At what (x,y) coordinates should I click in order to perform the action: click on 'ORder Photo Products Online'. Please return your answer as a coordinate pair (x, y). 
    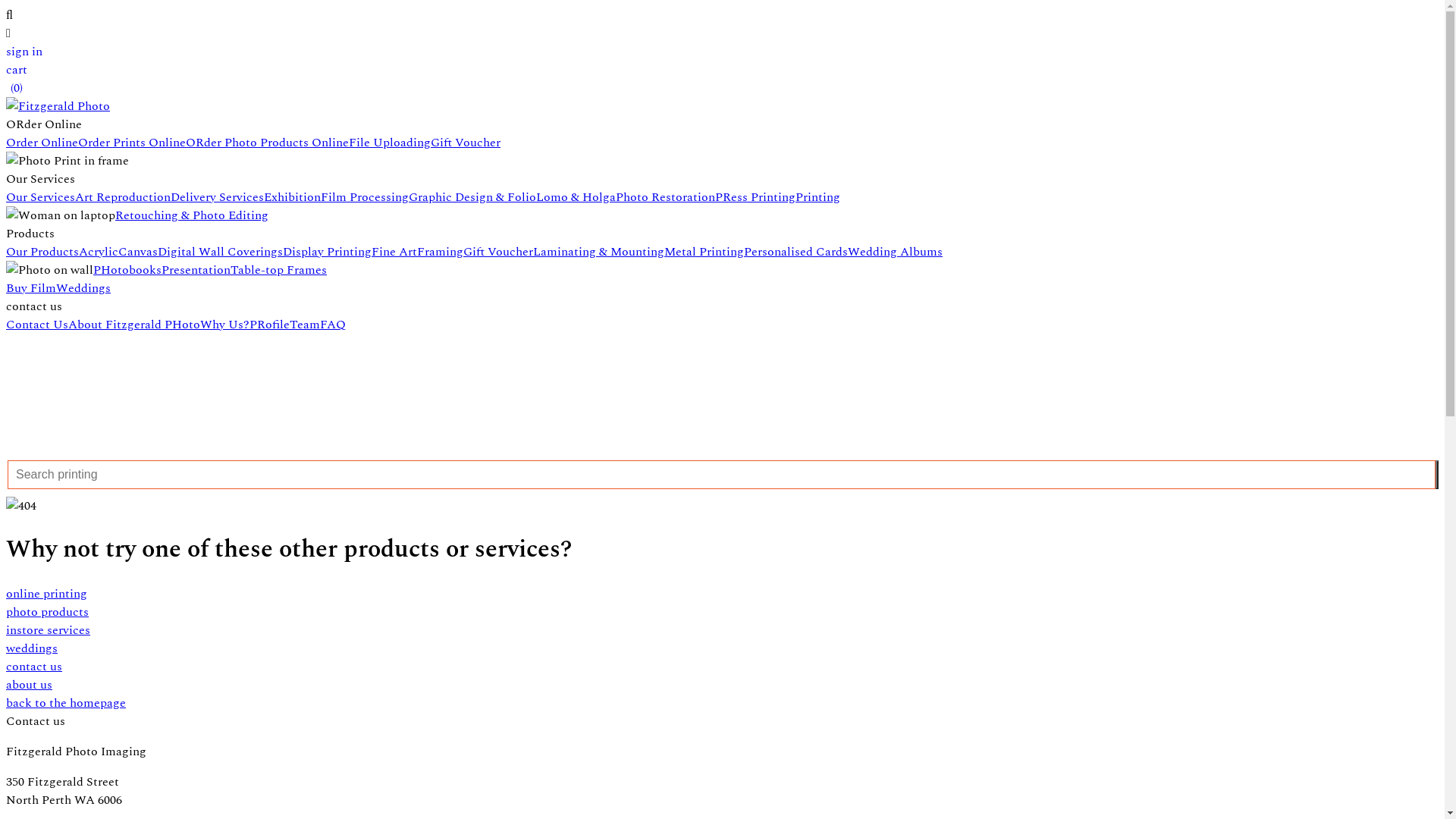
    Looking at the image, I should click on (267, 143).